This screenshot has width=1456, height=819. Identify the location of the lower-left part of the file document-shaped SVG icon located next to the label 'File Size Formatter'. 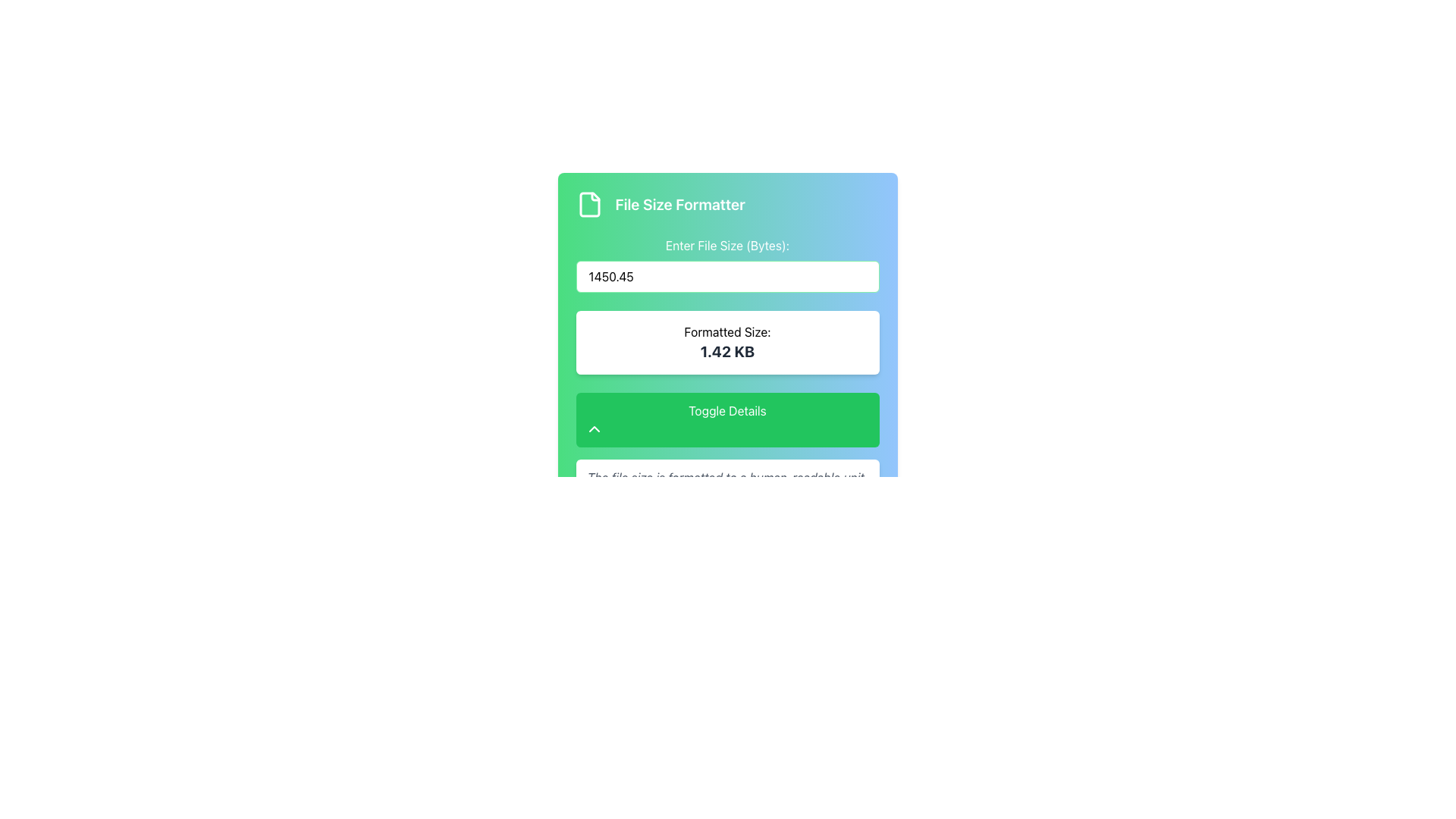
(588, 205).